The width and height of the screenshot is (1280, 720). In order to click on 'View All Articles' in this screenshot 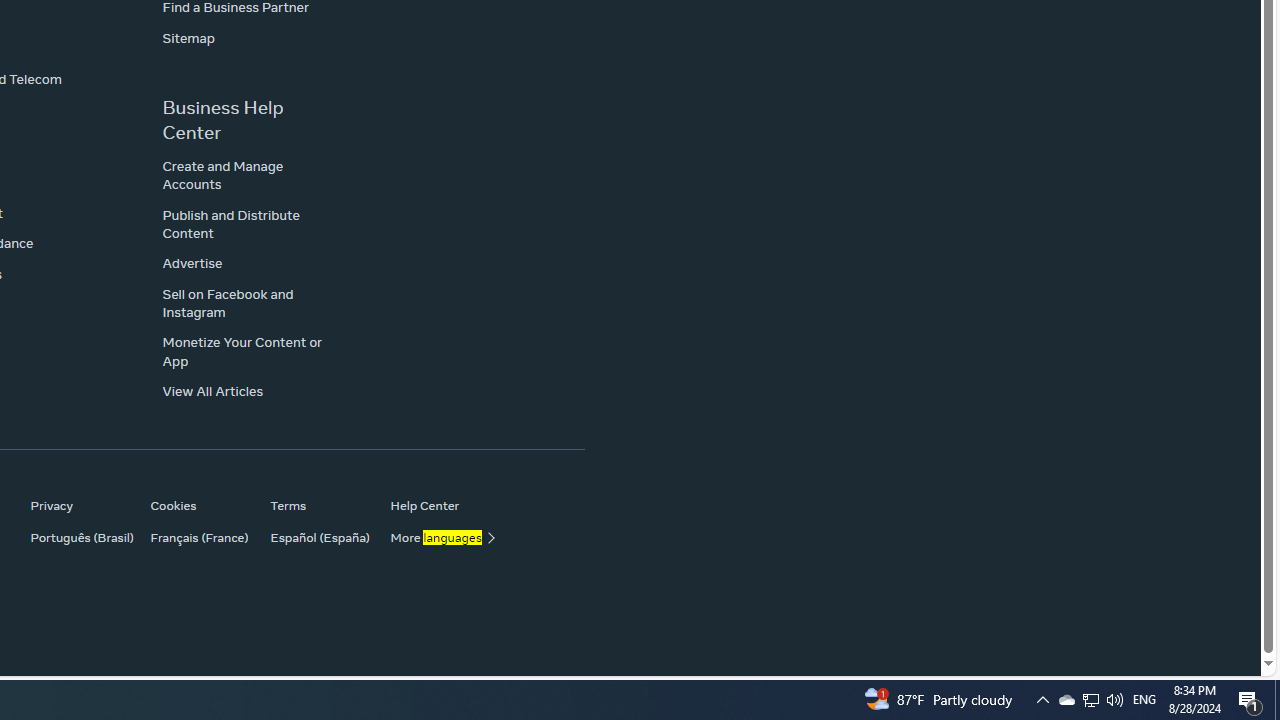, I will do `click(213, 391)`.